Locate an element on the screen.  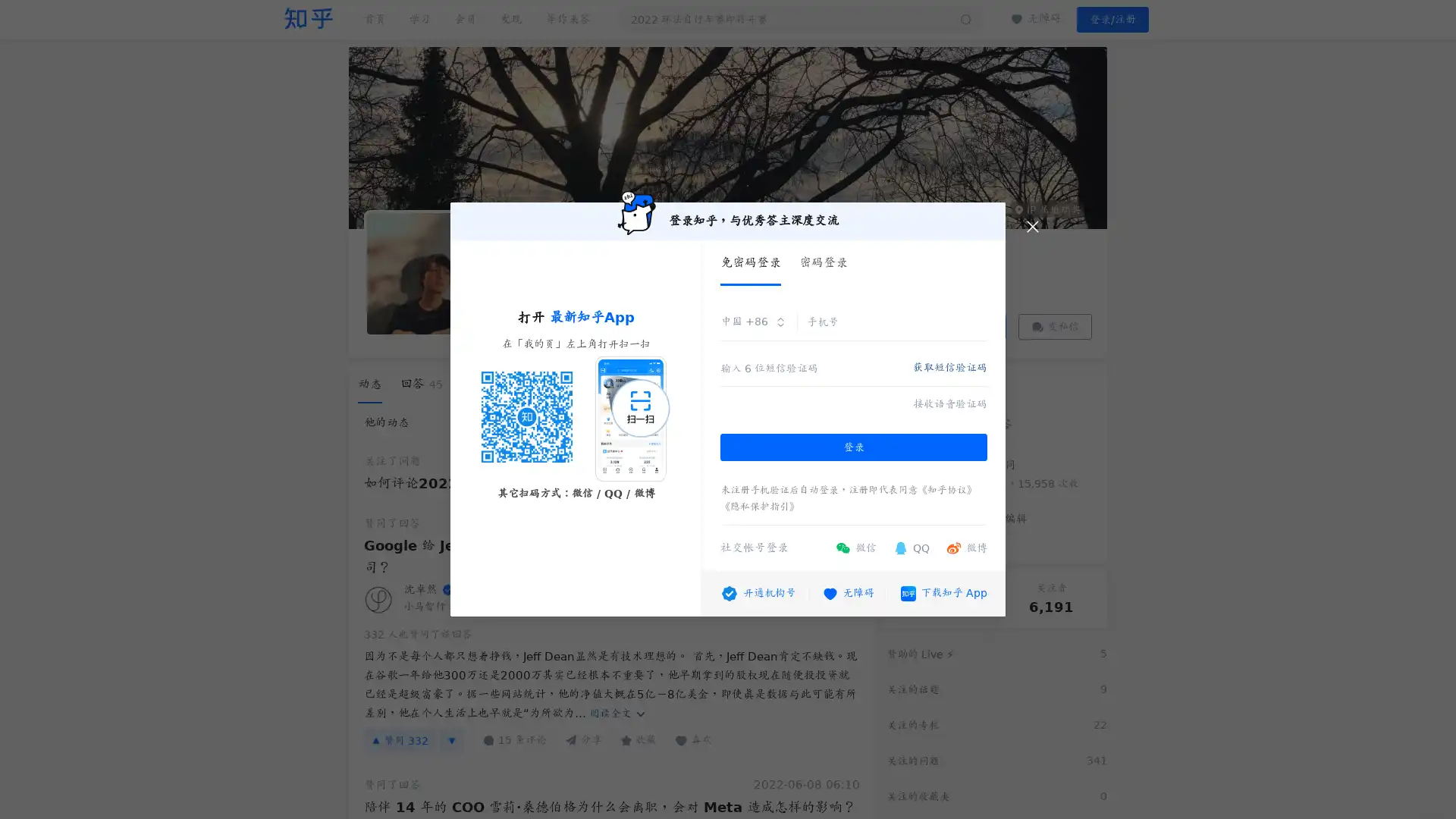
332 is located at coordinates (400, 739).